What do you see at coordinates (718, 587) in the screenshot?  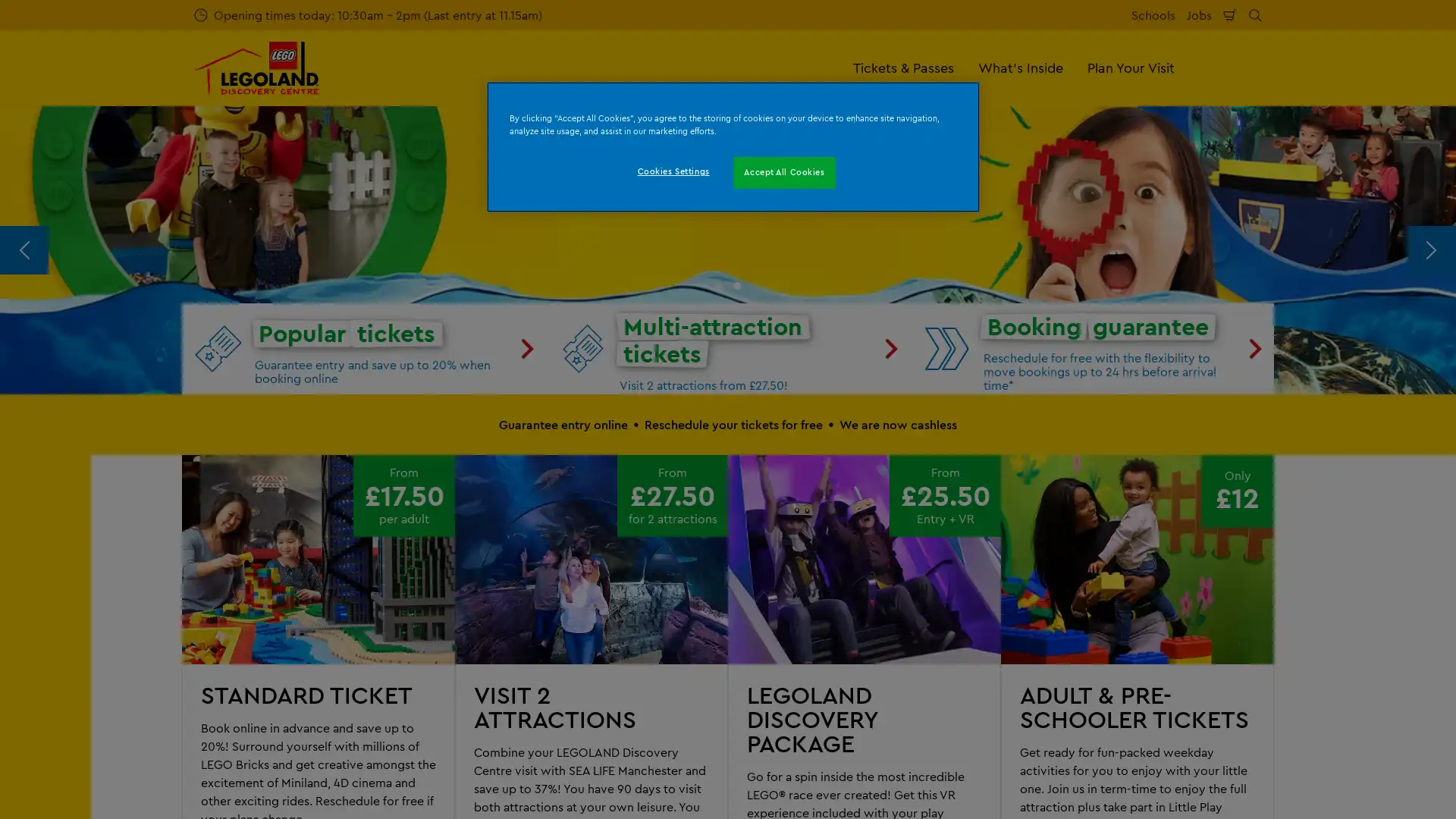 I see `Go to slide 1` at bounding box center [718, 587].